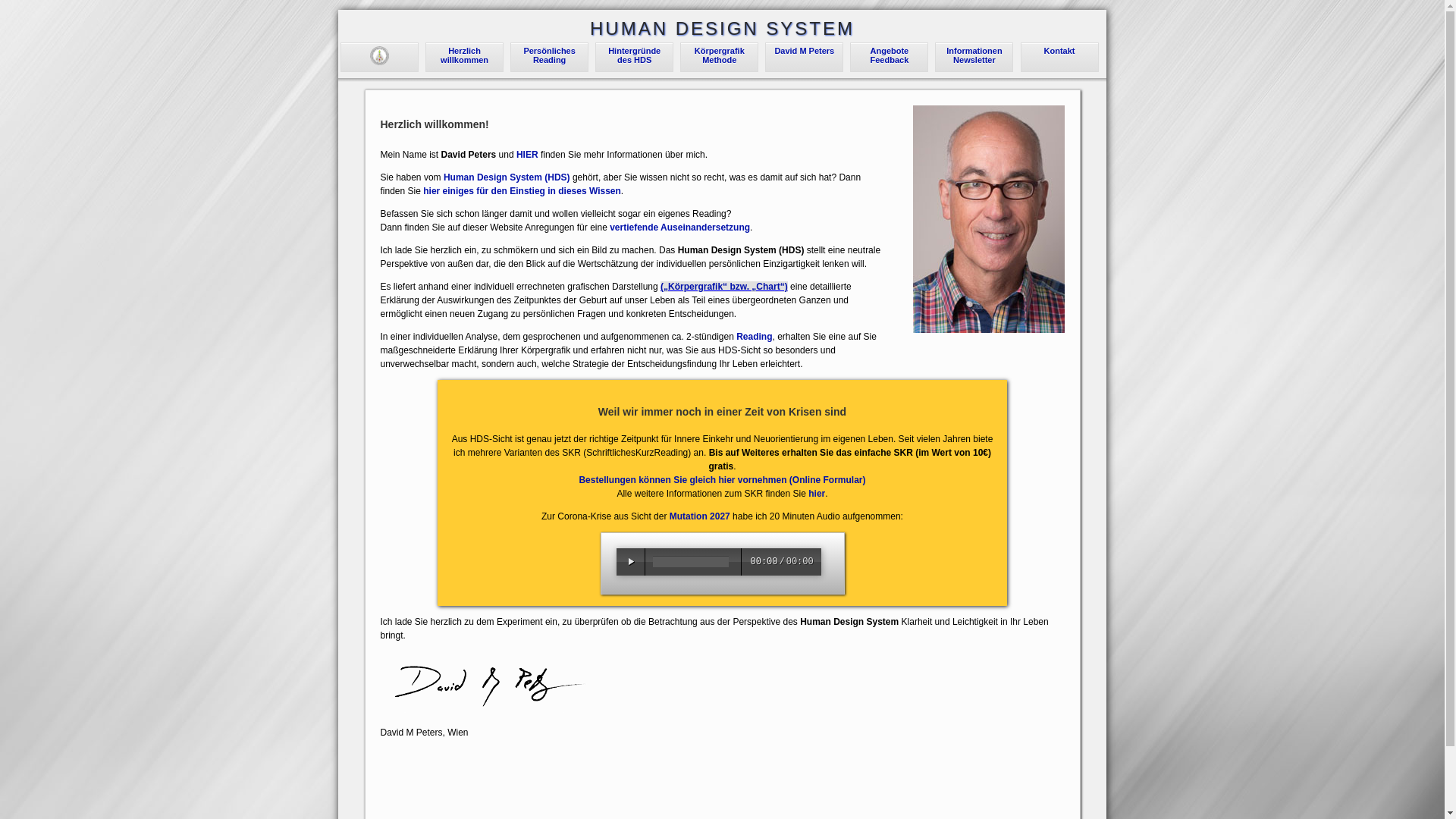 Image resolution: width=1456 pixels, height=819 pixels. What do you see at coordinates (1059, 49) in the screenshot?
I see `'Kontakt'` at bounding box center [1059, 49].